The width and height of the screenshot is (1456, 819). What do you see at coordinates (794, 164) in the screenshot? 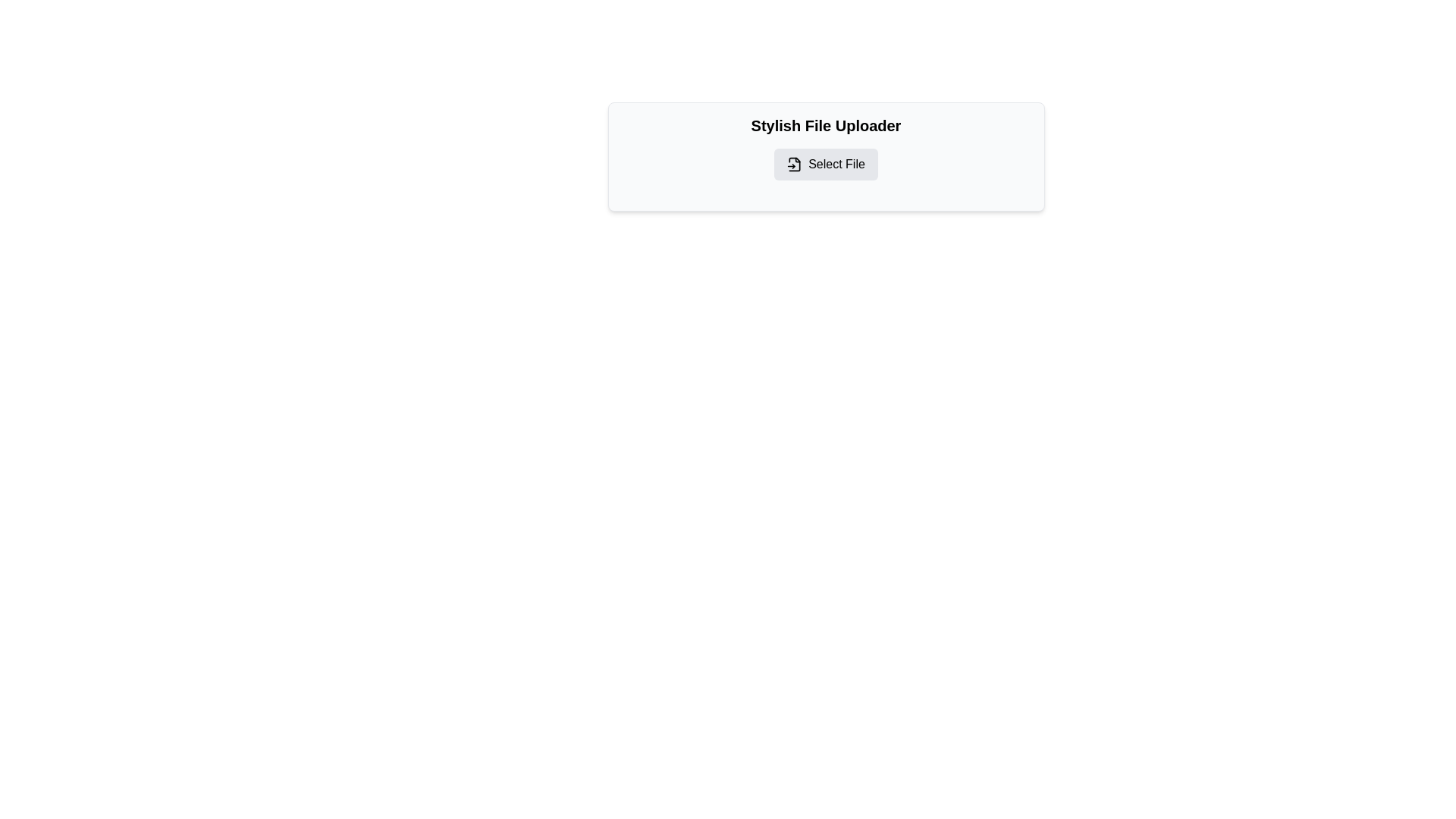
I see `the small file icon with a right-pointing arrow, which is located to the left of the 'Select File' text within a gray rectangular button with a dashed border` at bounding box center [794, 164].